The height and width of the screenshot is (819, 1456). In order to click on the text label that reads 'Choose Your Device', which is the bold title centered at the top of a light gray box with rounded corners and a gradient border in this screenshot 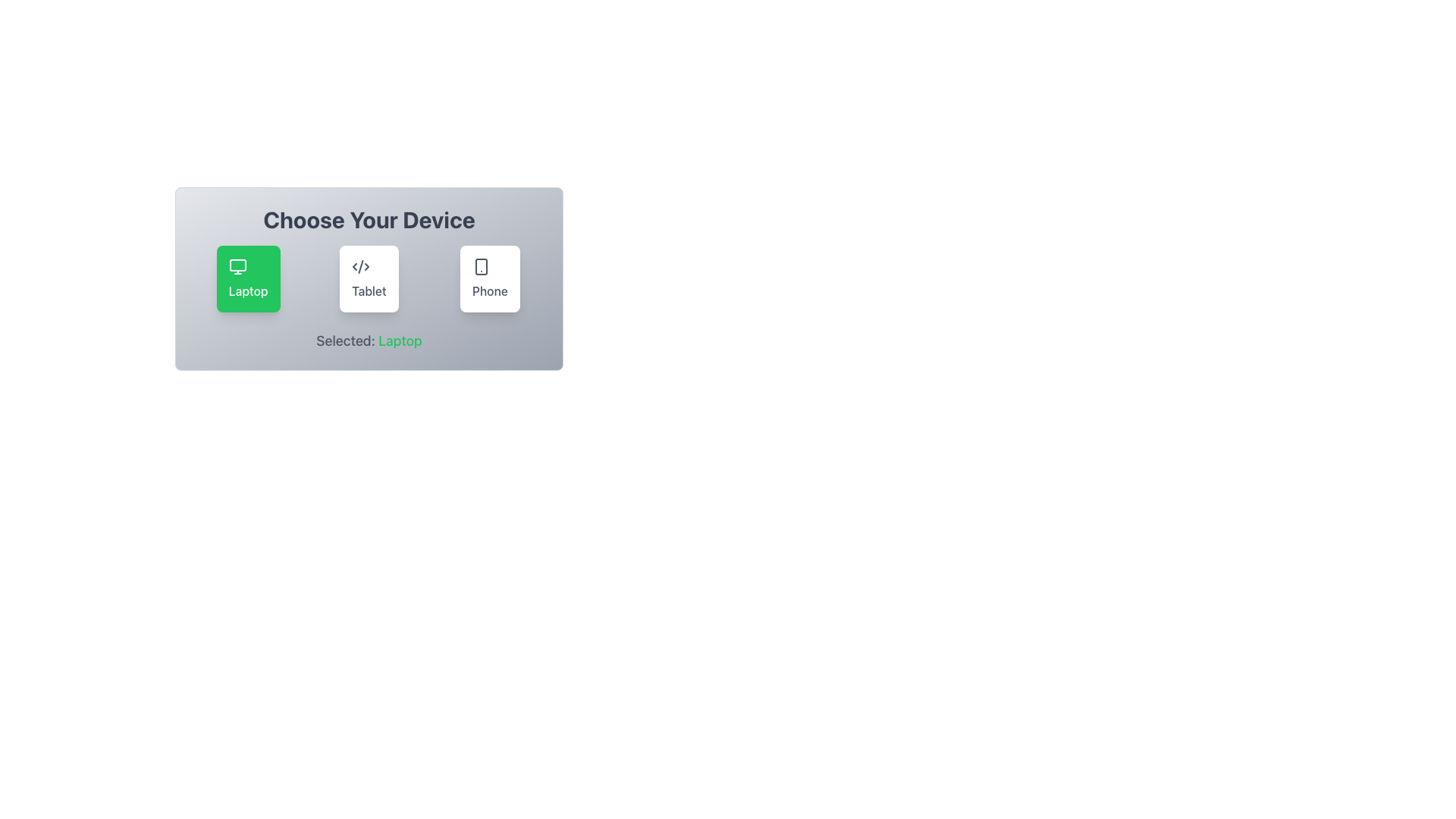, I will do `click(369, 219)`.